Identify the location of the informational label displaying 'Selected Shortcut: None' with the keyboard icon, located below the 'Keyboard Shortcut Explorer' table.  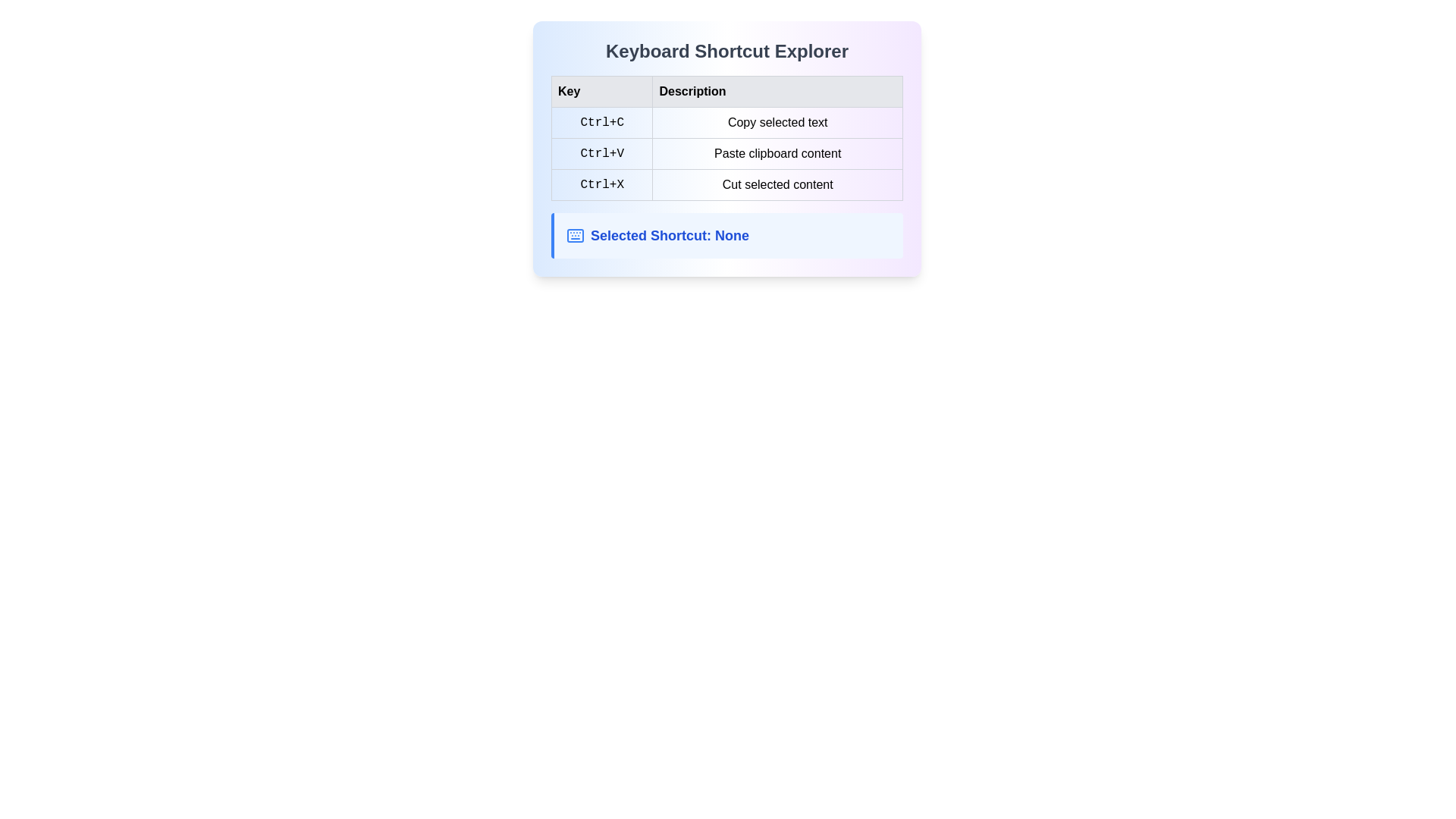
(728, 236).